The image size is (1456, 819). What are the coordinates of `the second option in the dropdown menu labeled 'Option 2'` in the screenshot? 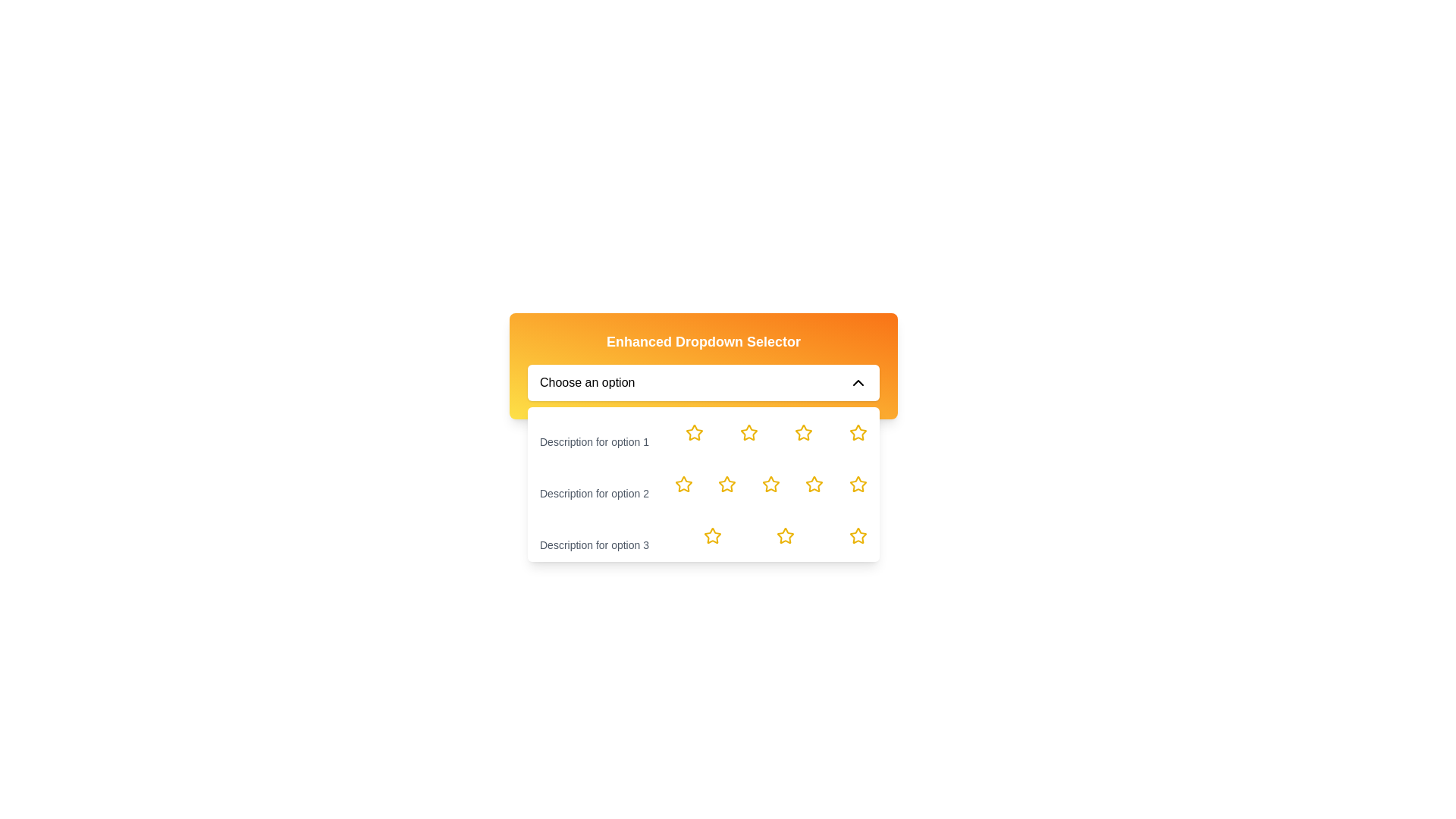 It's located at (702, 485).